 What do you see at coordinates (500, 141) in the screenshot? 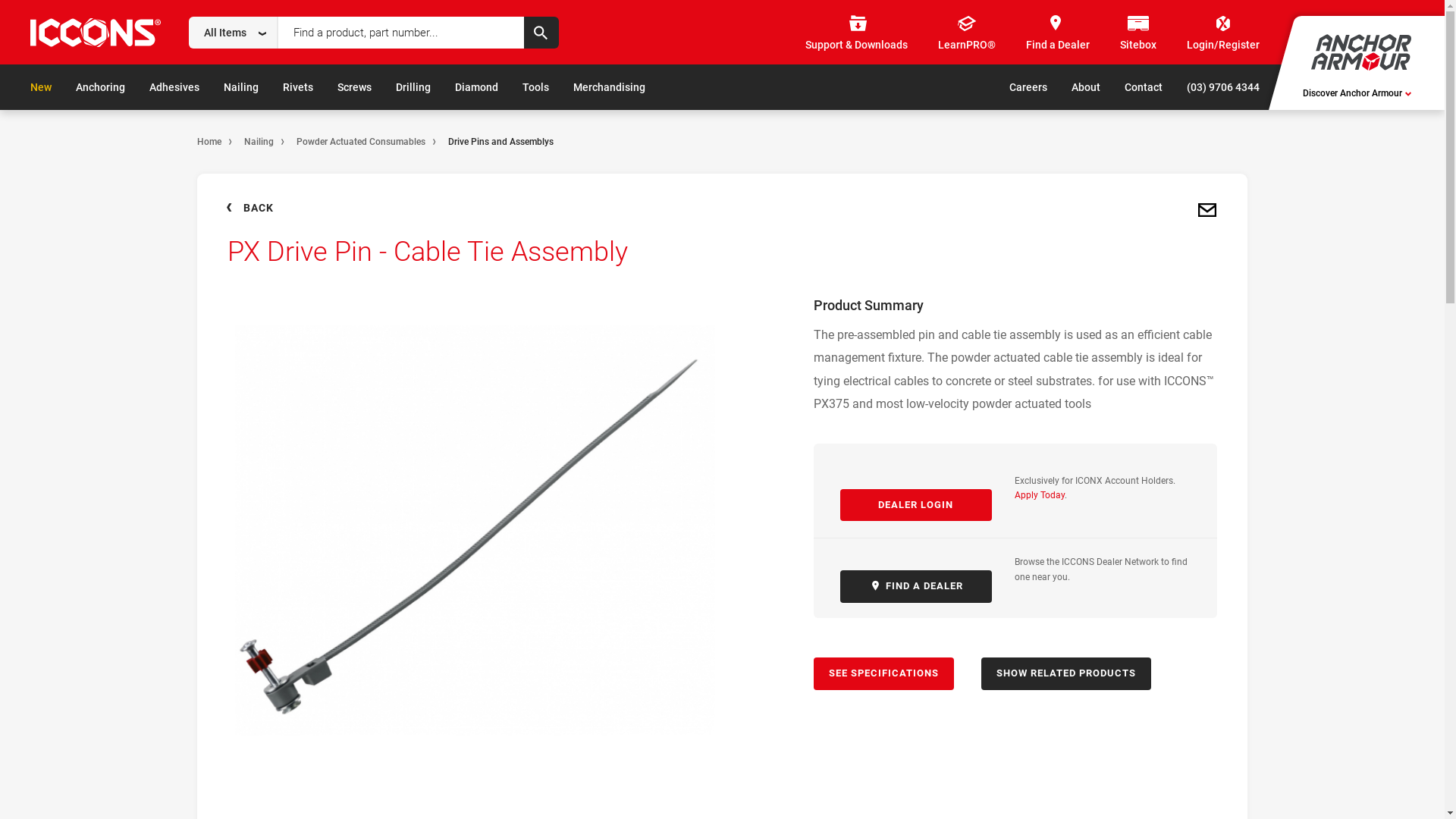
I see `'Drive Pins and Assemblys'` at bounding box center [500, 141].